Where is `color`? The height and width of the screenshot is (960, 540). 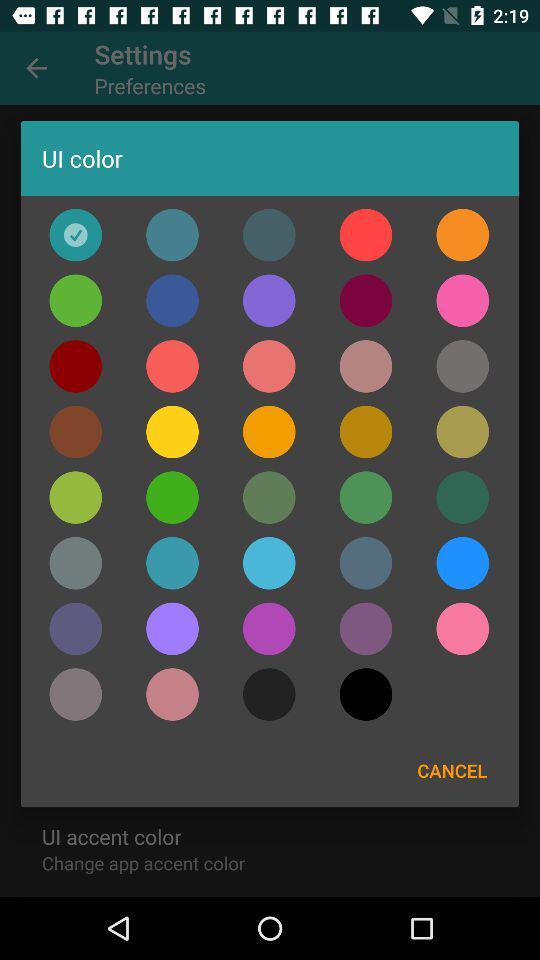 color is located at coordinates (172, 235).